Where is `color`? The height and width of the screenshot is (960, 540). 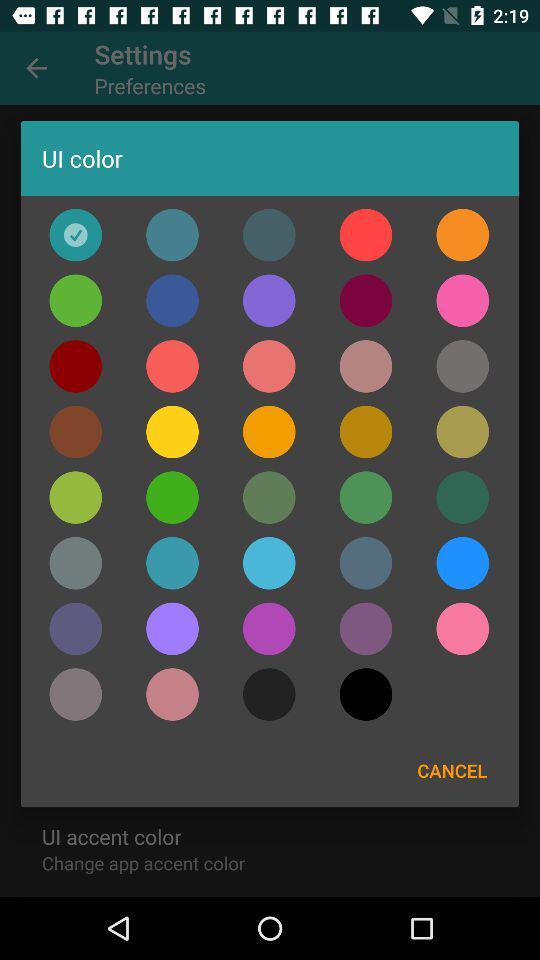 color is located at coordinates (172, 235).